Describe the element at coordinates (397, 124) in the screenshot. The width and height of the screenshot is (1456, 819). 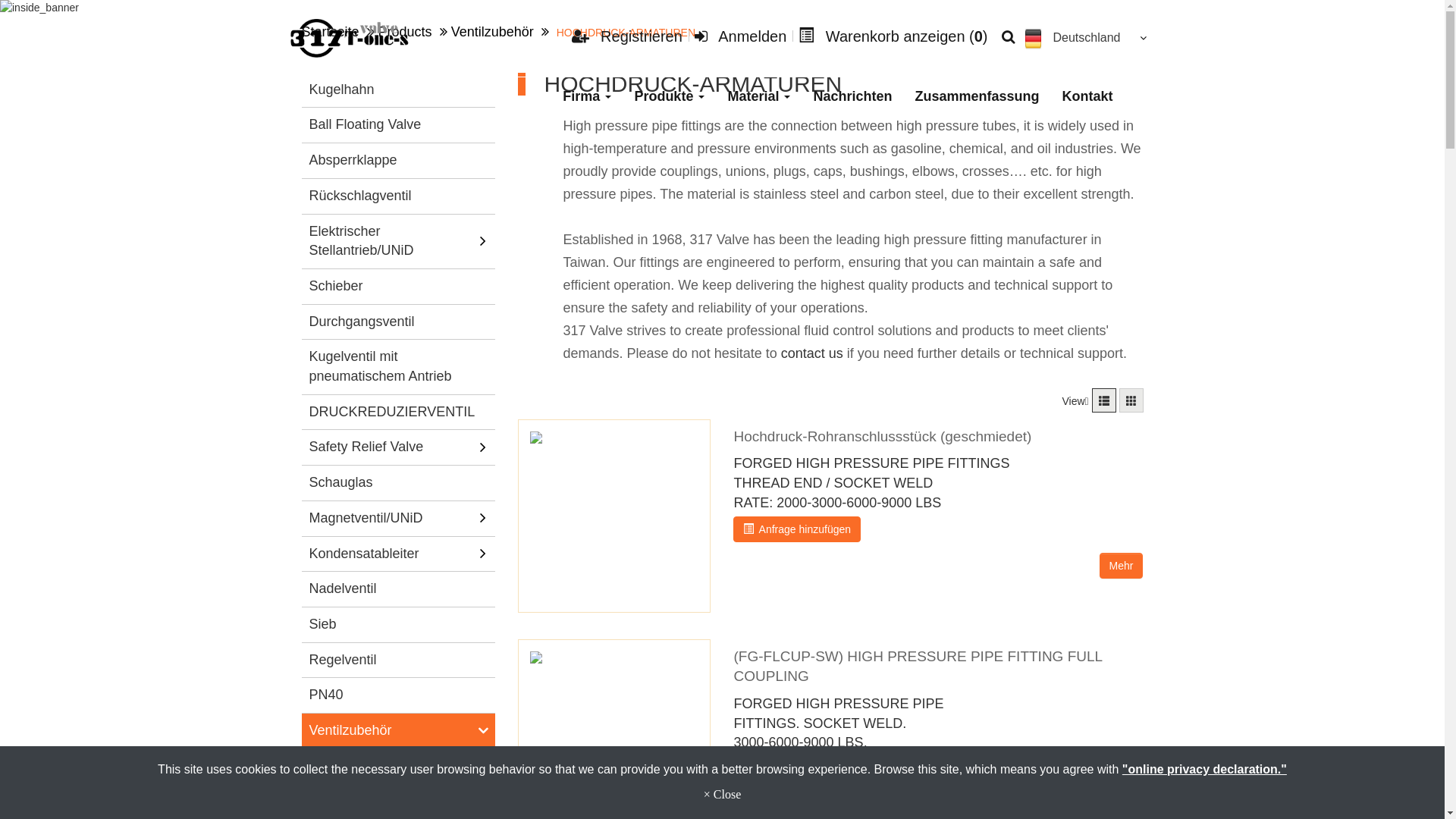
I see `'Ball Floating Valve'` at that location.